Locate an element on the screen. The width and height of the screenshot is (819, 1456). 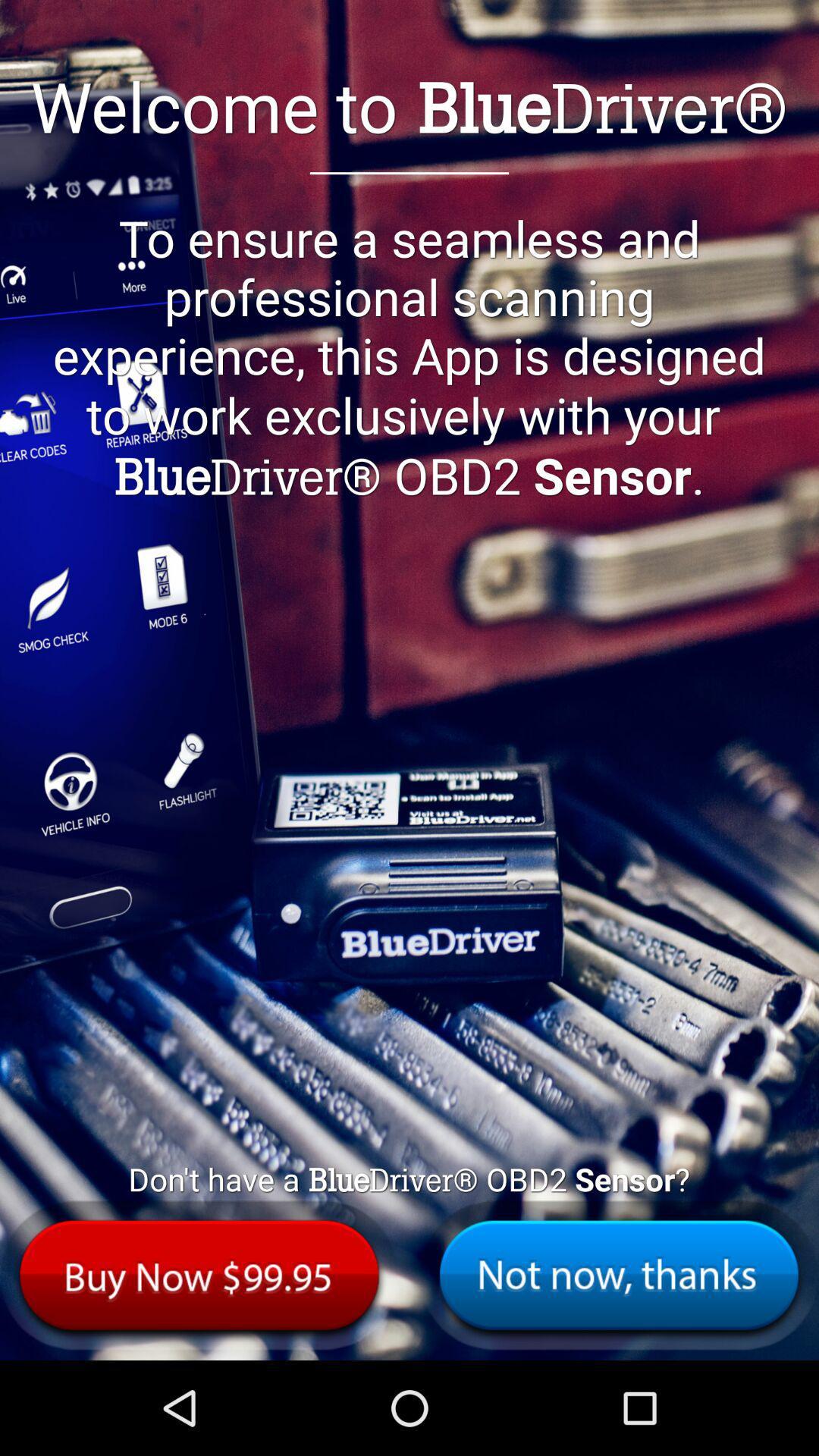
the icon at the bottom left corner is located at coordinates (199, 1274).